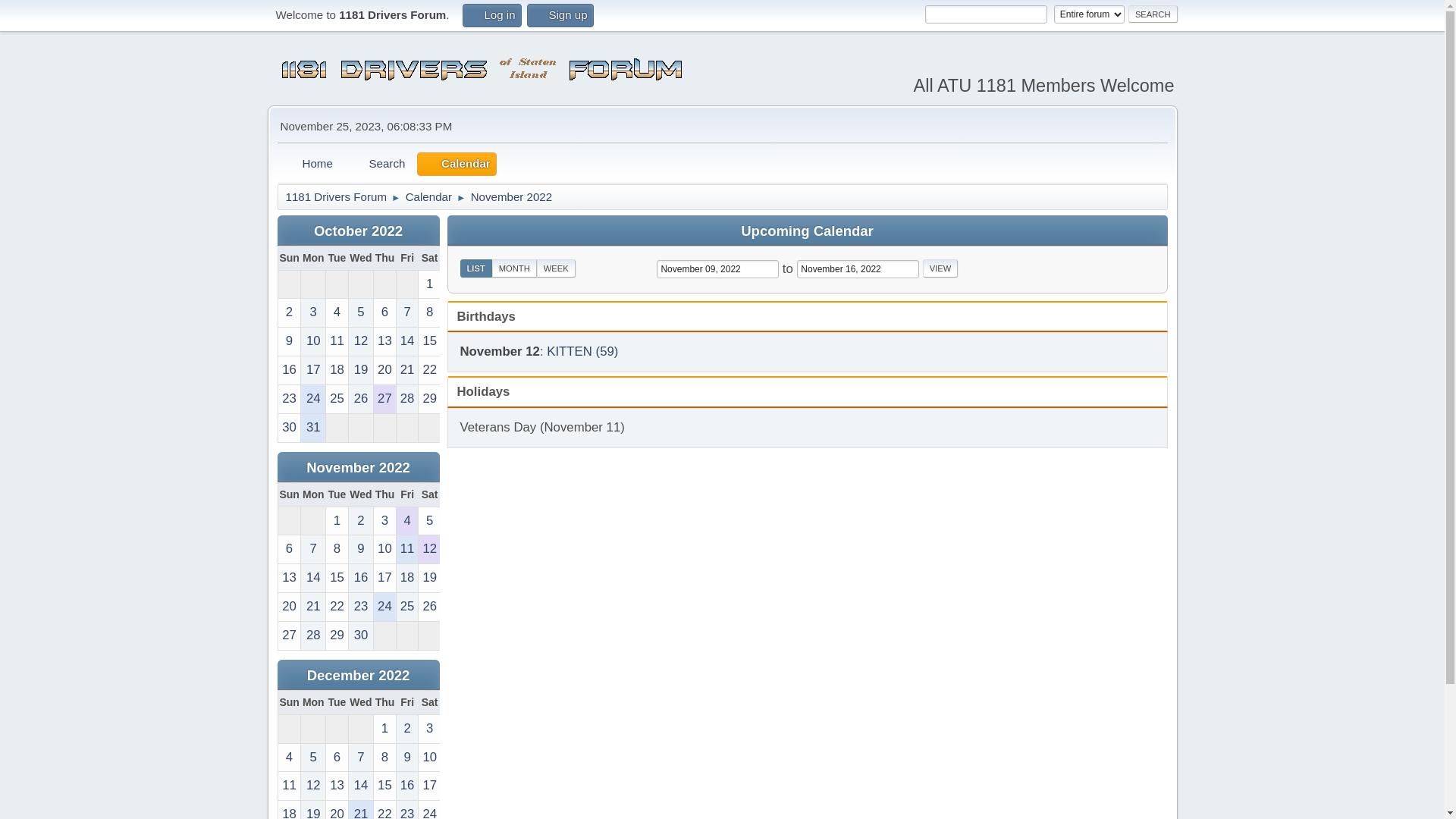  What do you see at coordinates (348, 341) in the screenshot?
I see `'12'` at bounding box center [348, 341].